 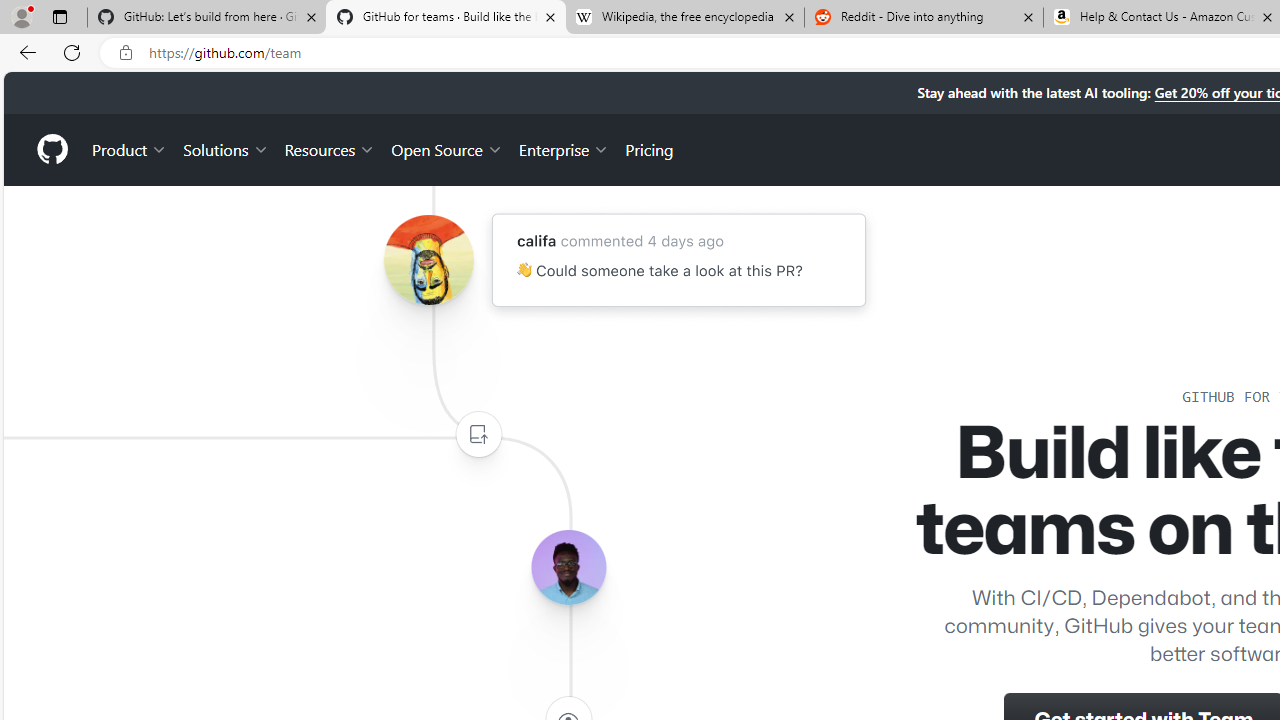 What do you see at coordinates (427, 259) in the screenshot?
I see `'Avatar of the user califa'` at bounding box center [427, 259].